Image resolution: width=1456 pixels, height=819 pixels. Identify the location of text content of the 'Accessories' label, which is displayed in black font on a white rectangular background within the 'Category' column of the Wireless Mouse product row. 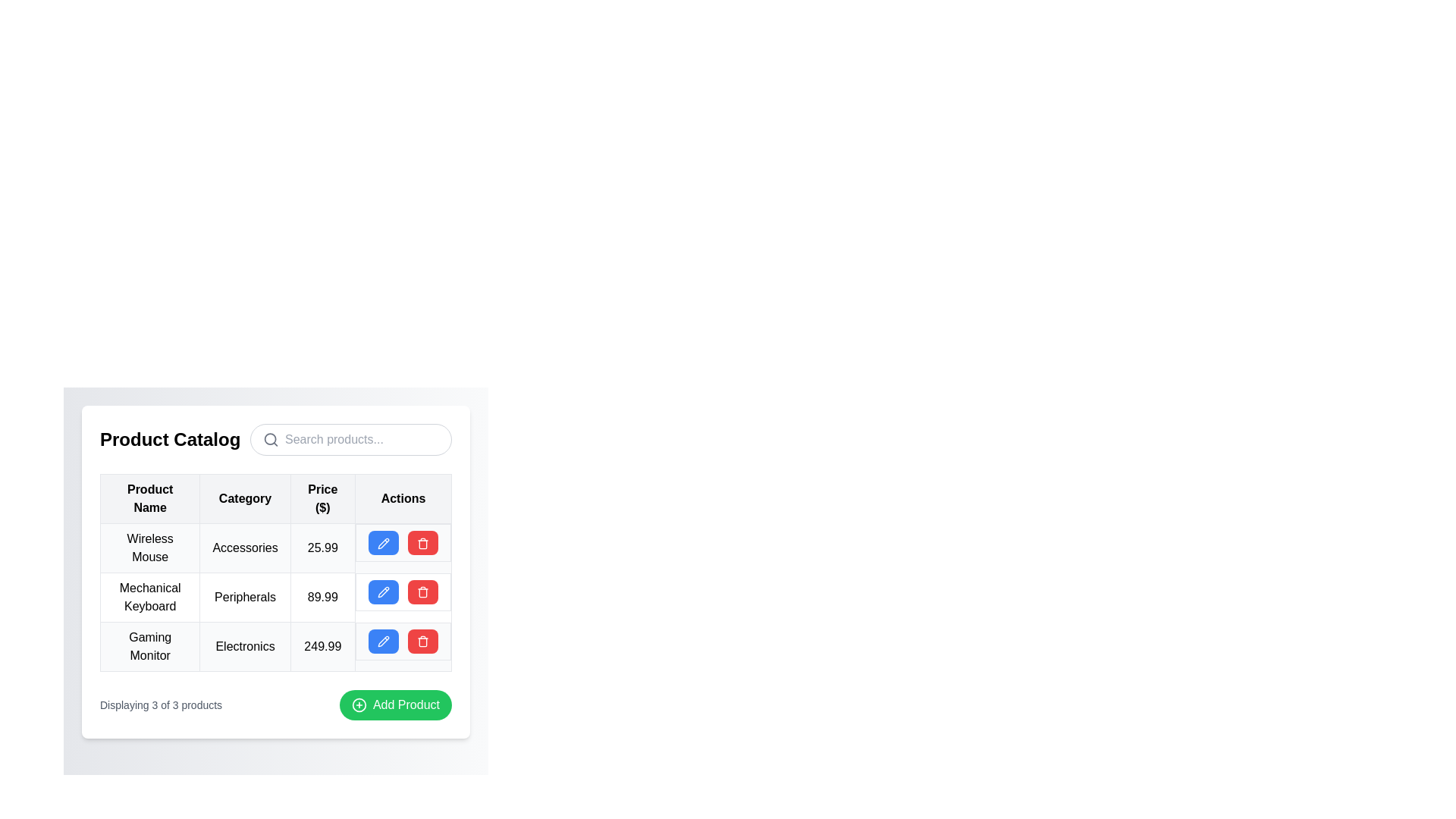
(245, 548).